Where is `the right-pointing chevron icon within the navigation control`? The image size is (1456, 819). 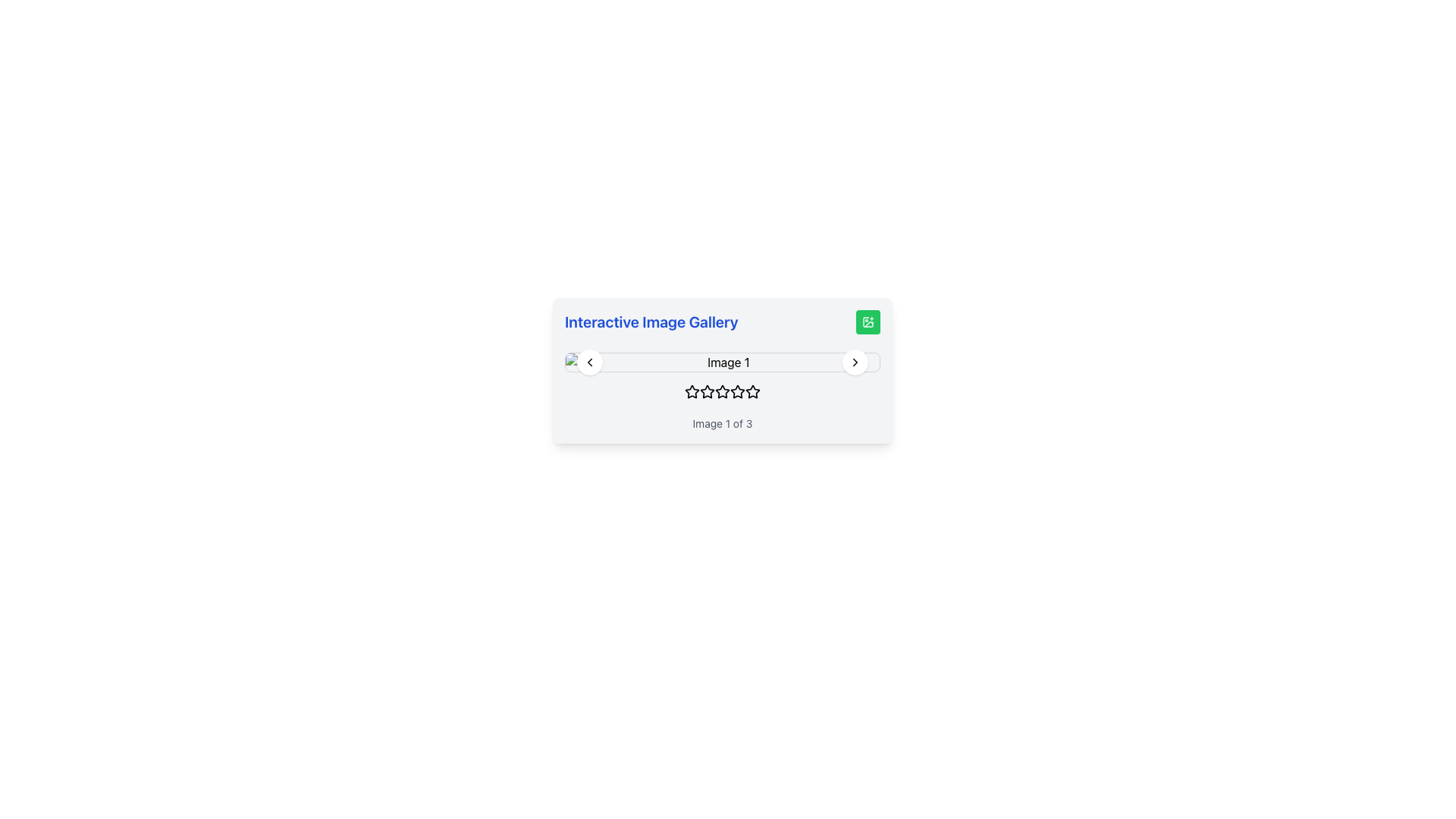
the right-pointing chevron icon within the navigation control is located at coordinates (855, 362).